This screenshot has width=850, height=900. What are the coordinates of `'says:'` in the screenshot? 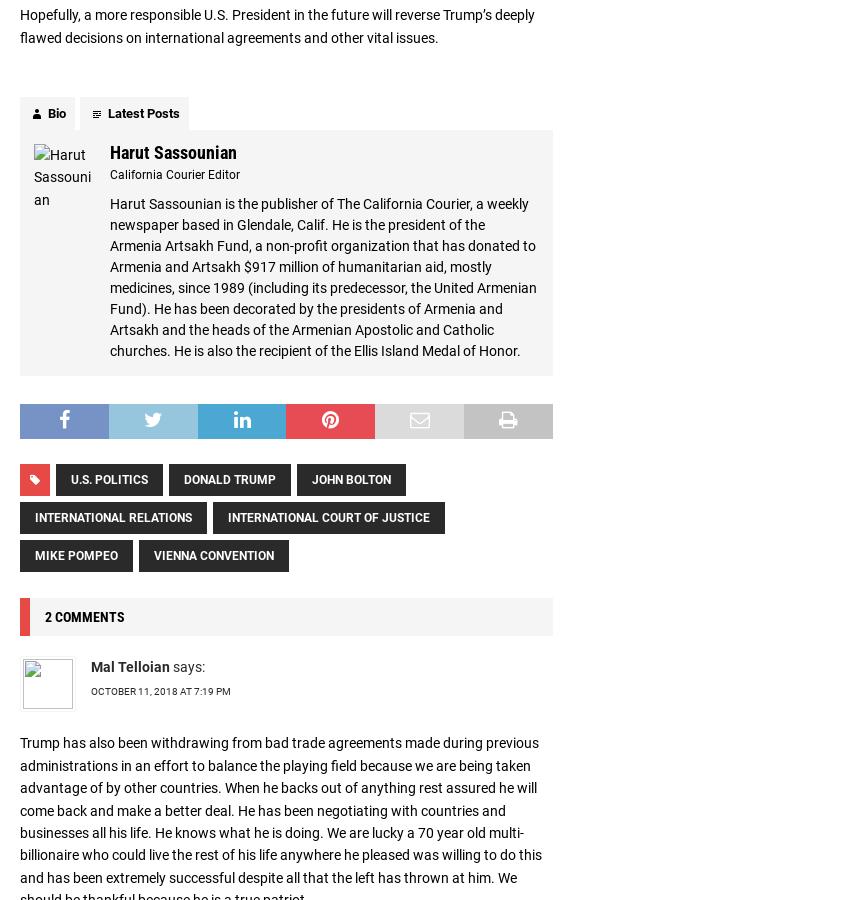 It's located at (171, 666).